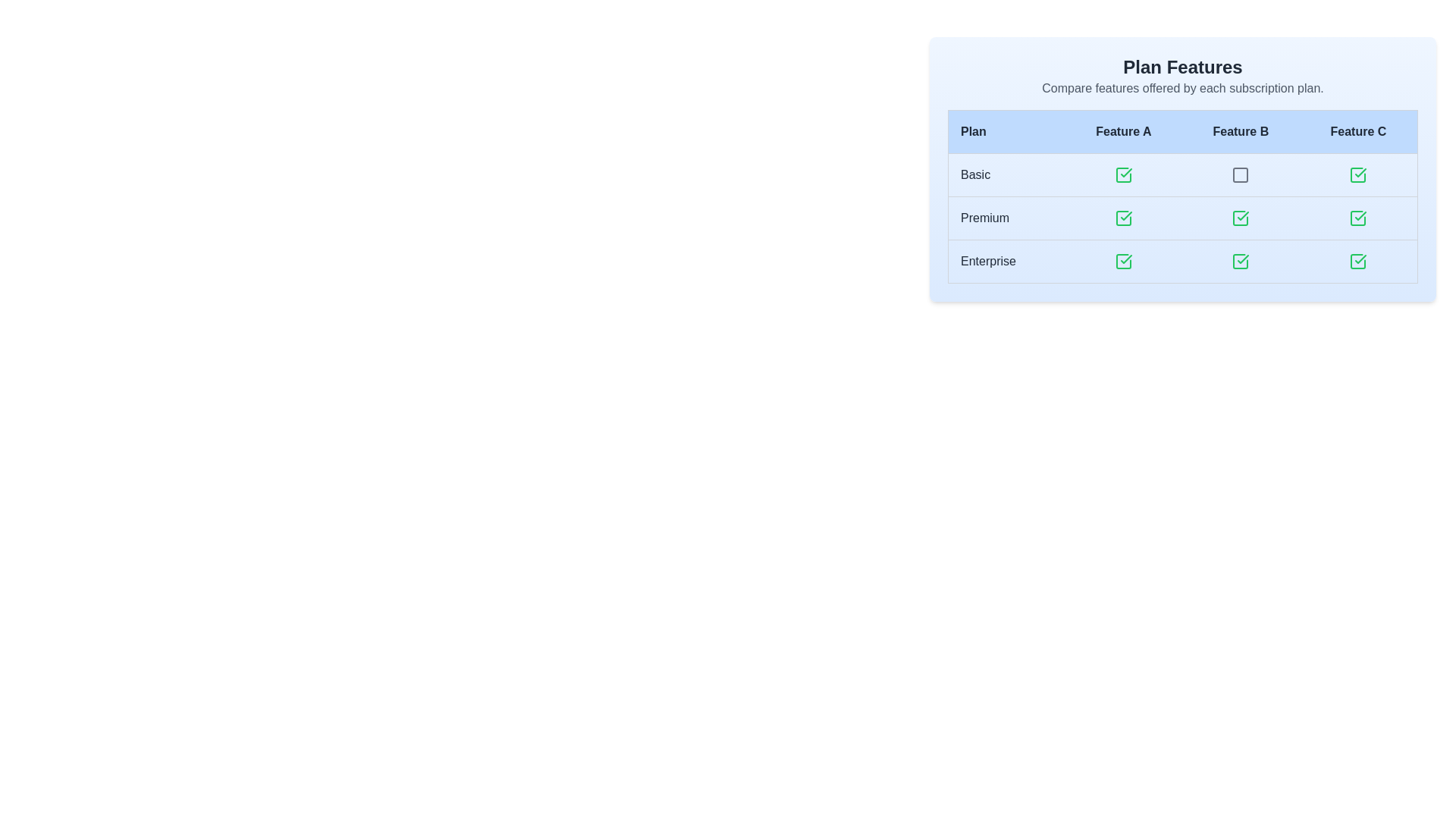  What do you see at coordinates (1241, 260) in the screenshot?
I see `the visually represented checkbox with a green outline and checkmark located in the 'Enterprise' row and 'Feature B' column of the comparative feature table` at bounding box center [1241, 260].